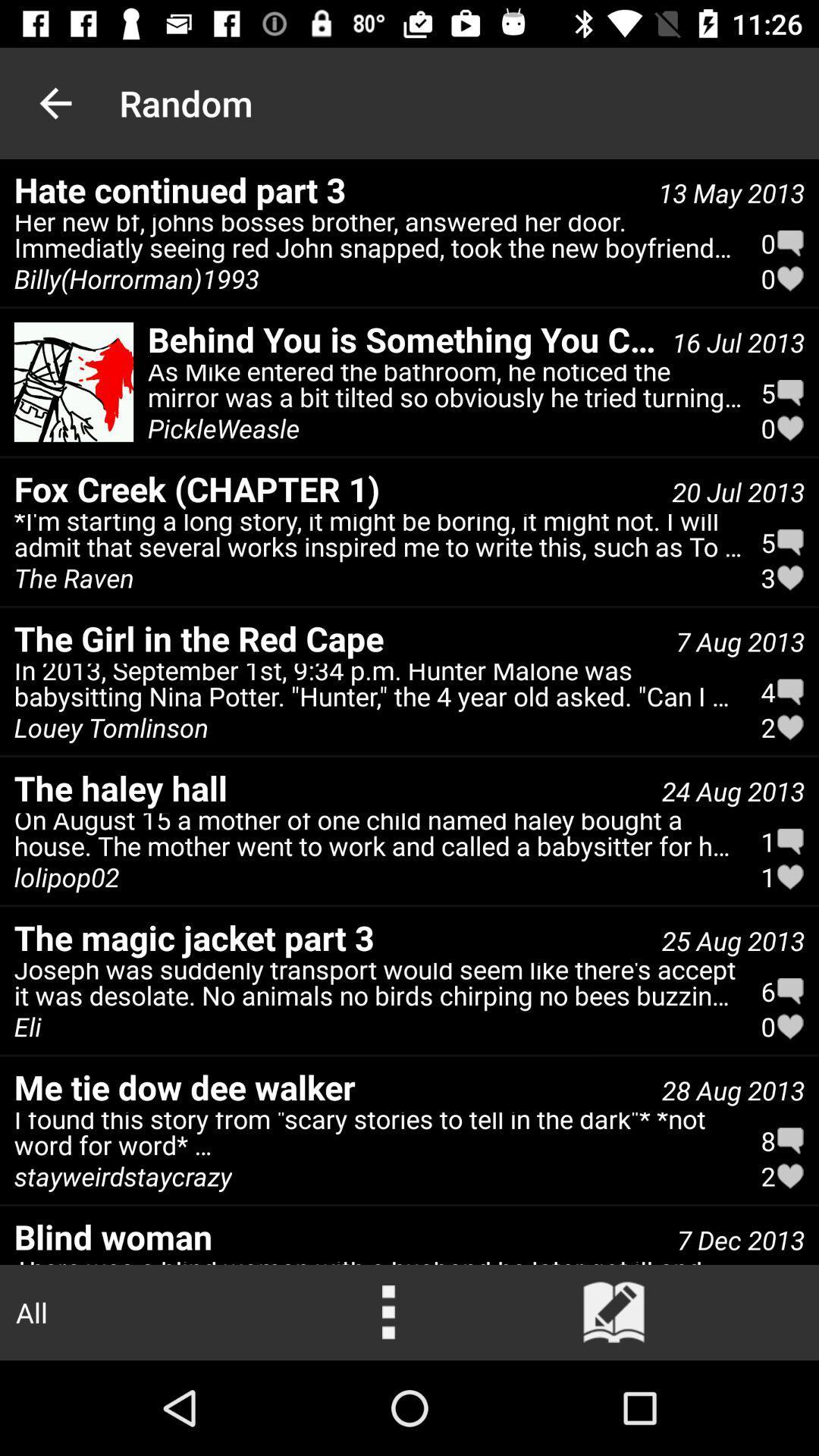 The image size is (819, 1456). What do you see at coordinates (55, 102) in the screenshot?
I see `the item above the hate continued part` at bounding box center [55, 102].